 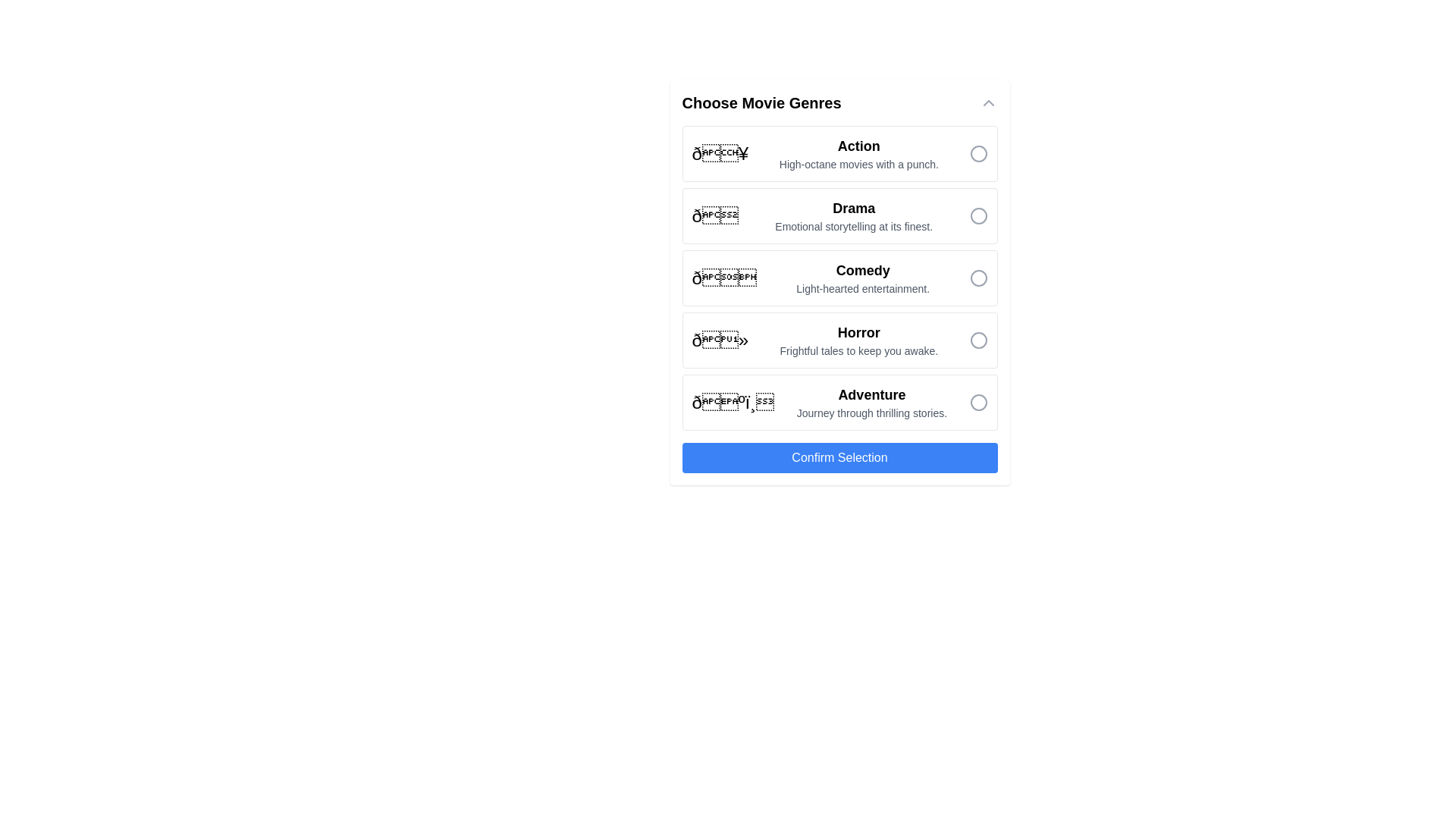 I want to click on the text label displaying 'Drama', which is bolded and larger than surrounding text, located in the second row of a vertical list, so click(x=854, y=208).